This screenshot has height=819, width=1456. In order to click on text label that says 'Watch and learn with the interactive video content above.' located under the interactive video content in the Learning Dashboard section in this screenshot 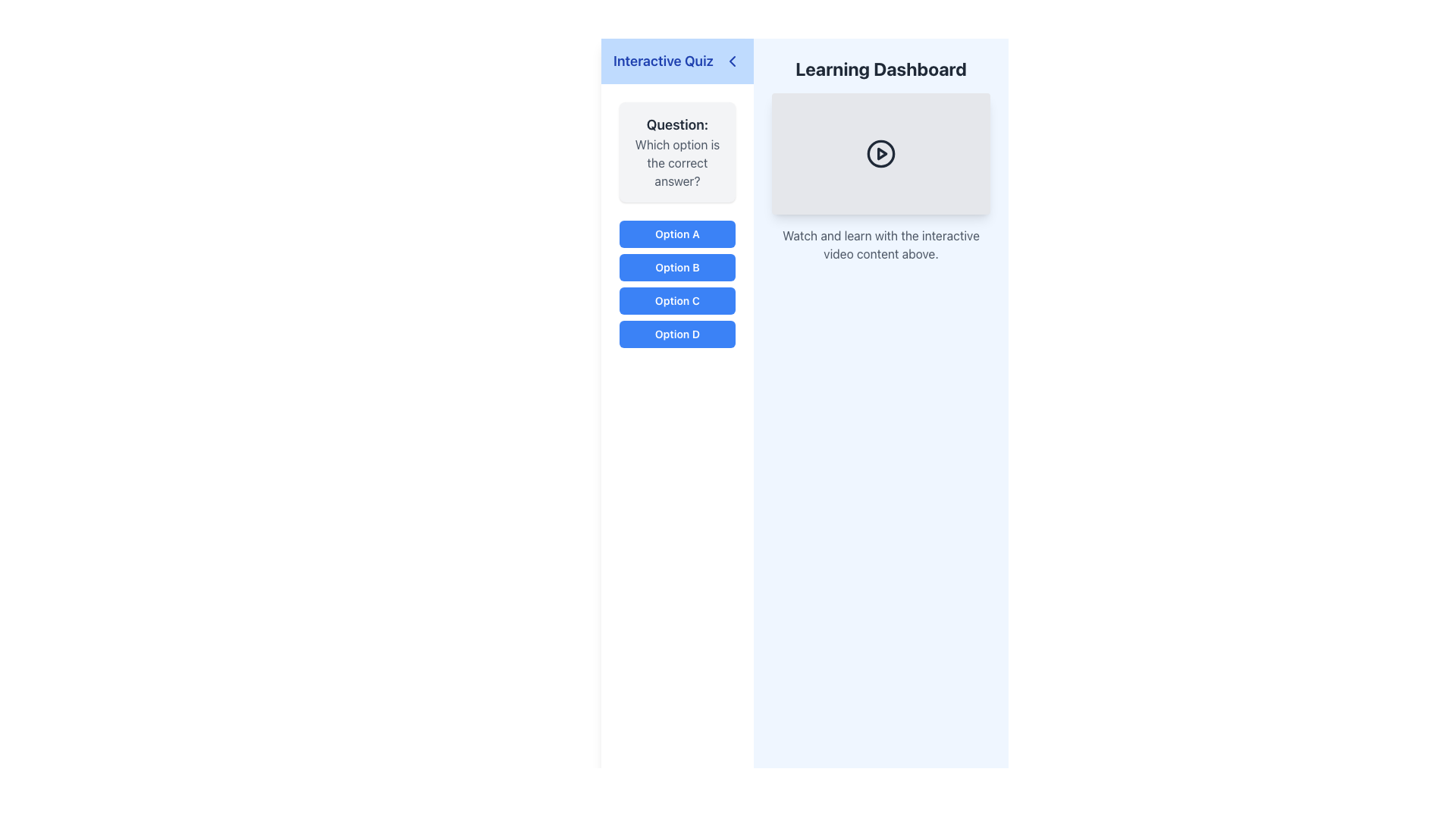, I will do `click(880, 244)`.